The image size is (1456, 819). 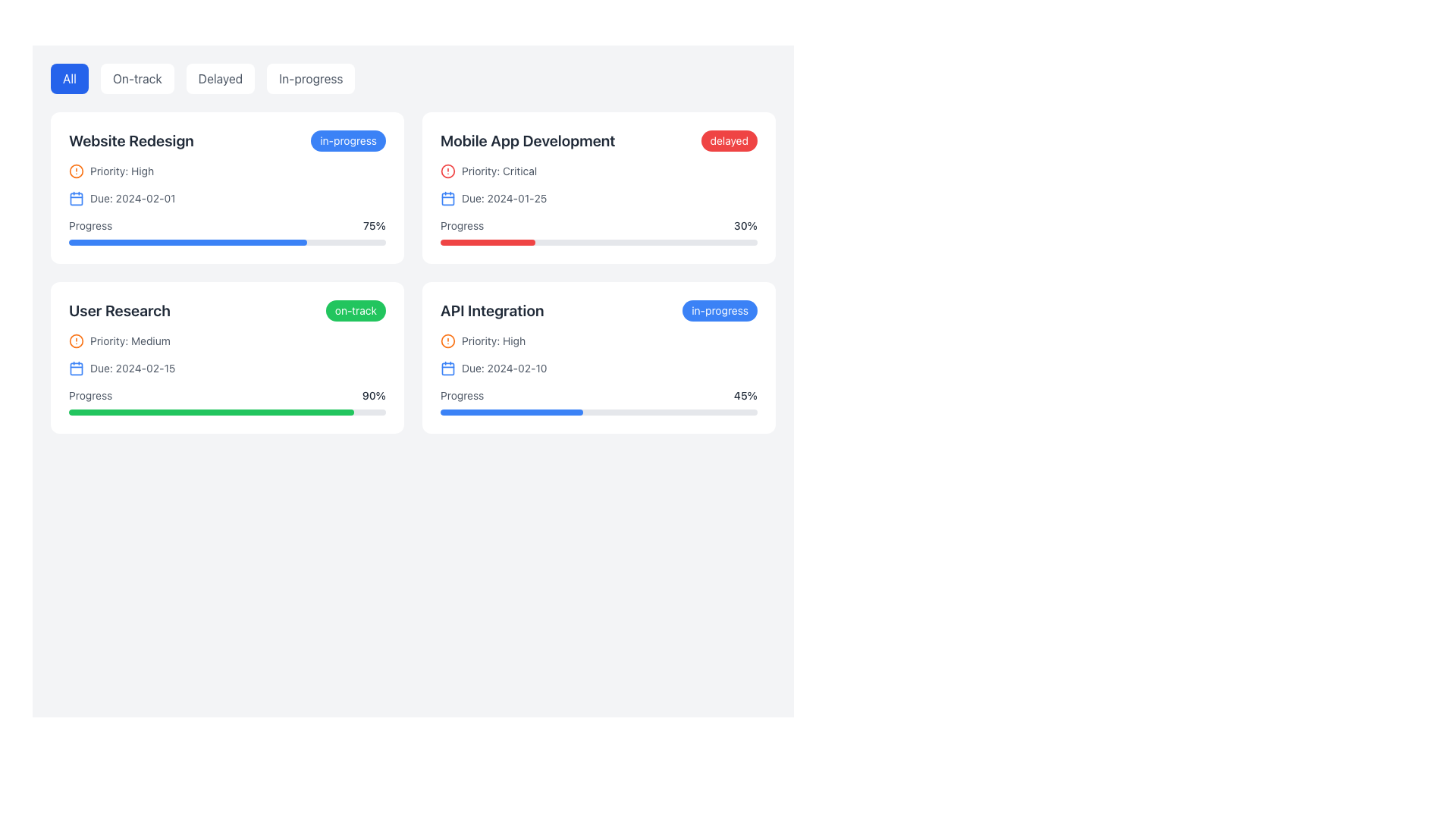 I want to click on the 'Mobile App Development' text with the 'delayed' badge, which is located in the top row, middle column of the grid and features bold text with a red badge, so click(x=598, y=140).